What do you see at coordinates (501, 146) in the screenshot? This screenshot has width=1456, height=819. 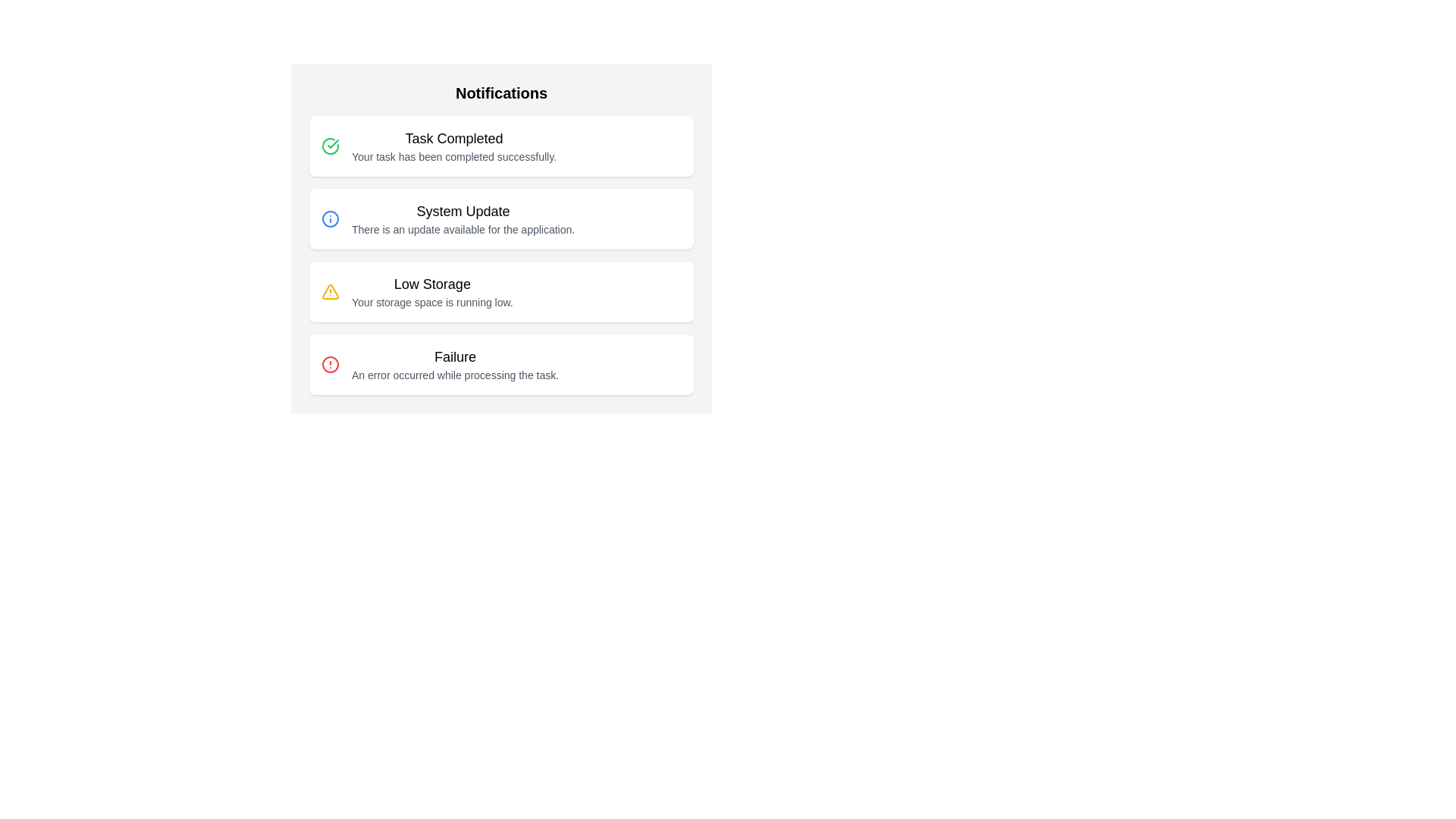 I see `the notification box that contains a green checkmark icon, bold text 'Task Completed', and smaller text 'Your task has been completed successfully.'` at bounding box center [501, 146].